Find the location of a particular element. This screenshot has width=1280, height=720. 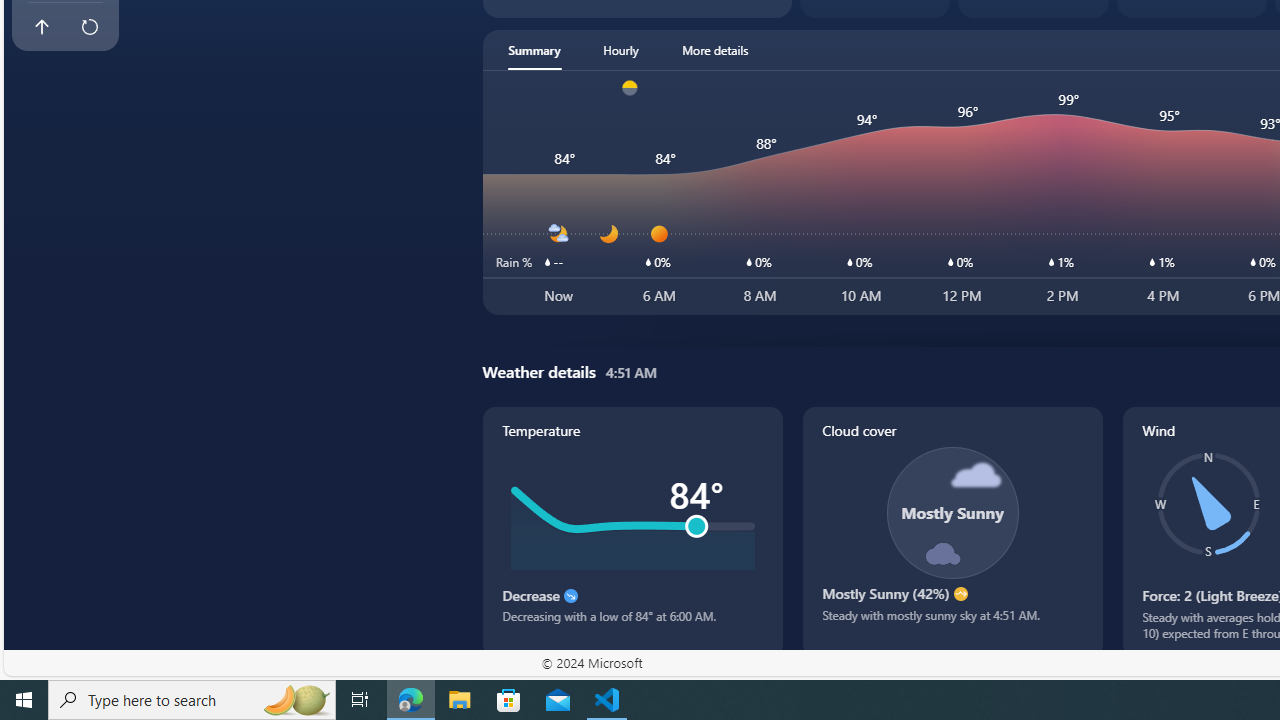

'Refresh this page' is located at coordinates (88, 27).